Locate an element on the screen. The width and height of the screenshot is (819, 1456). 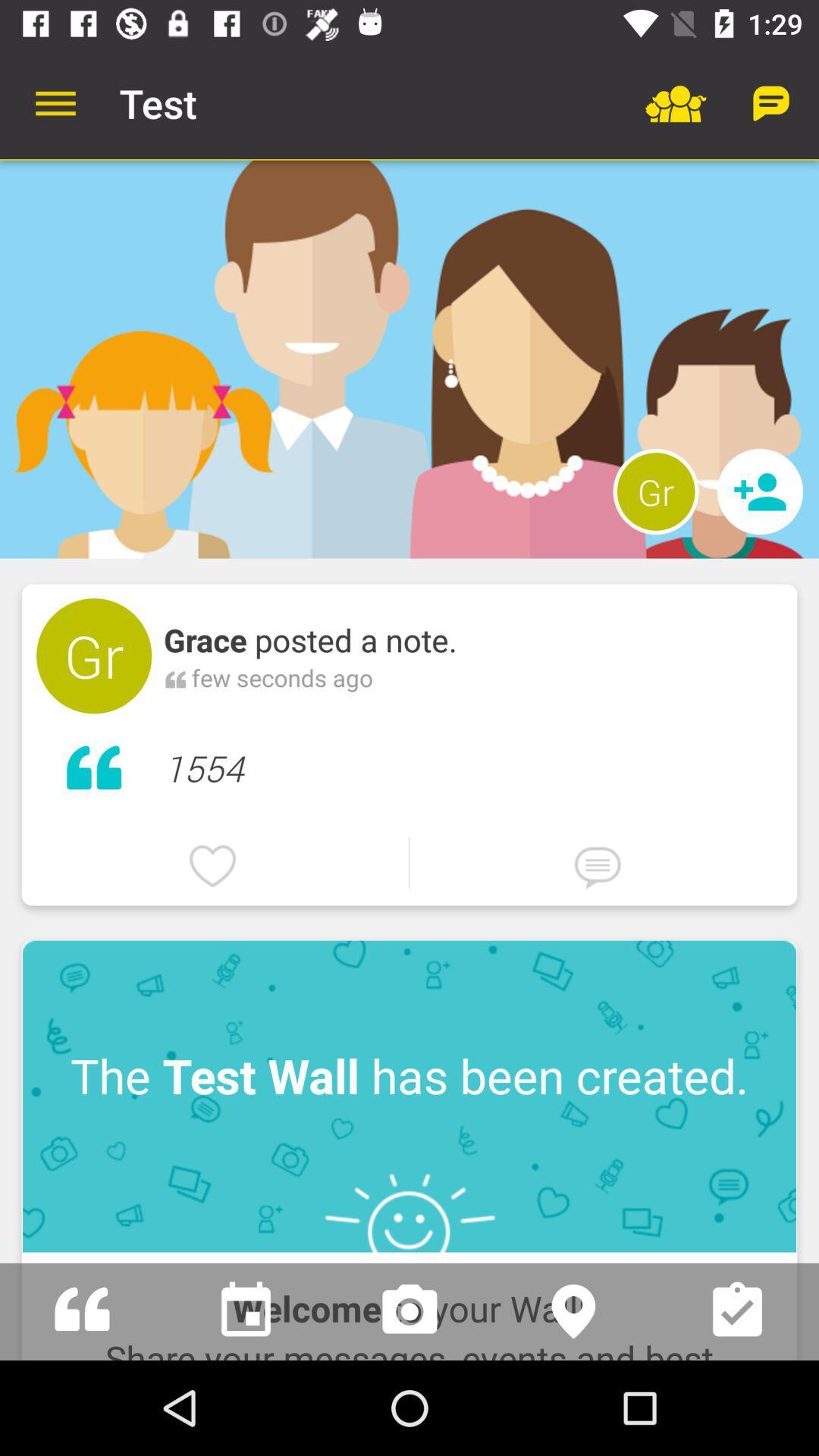
the item next to test is located at coordinates (55, 102).